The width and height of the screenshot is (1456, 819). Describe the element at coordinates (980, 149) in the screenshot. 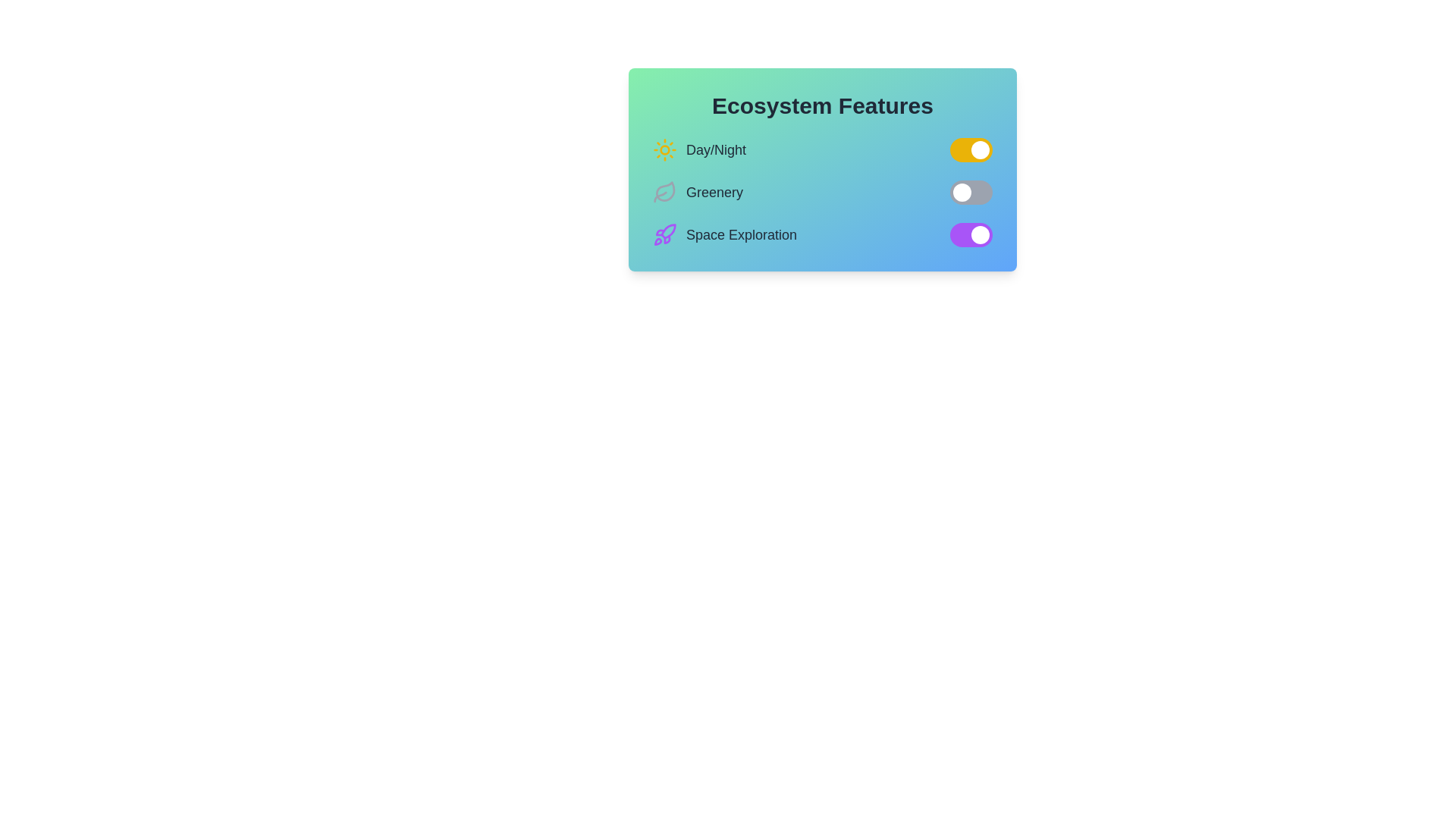

I see `the circular white toggle knob on the right side of the yellow background for the 'Day/Night' feature` at that location.